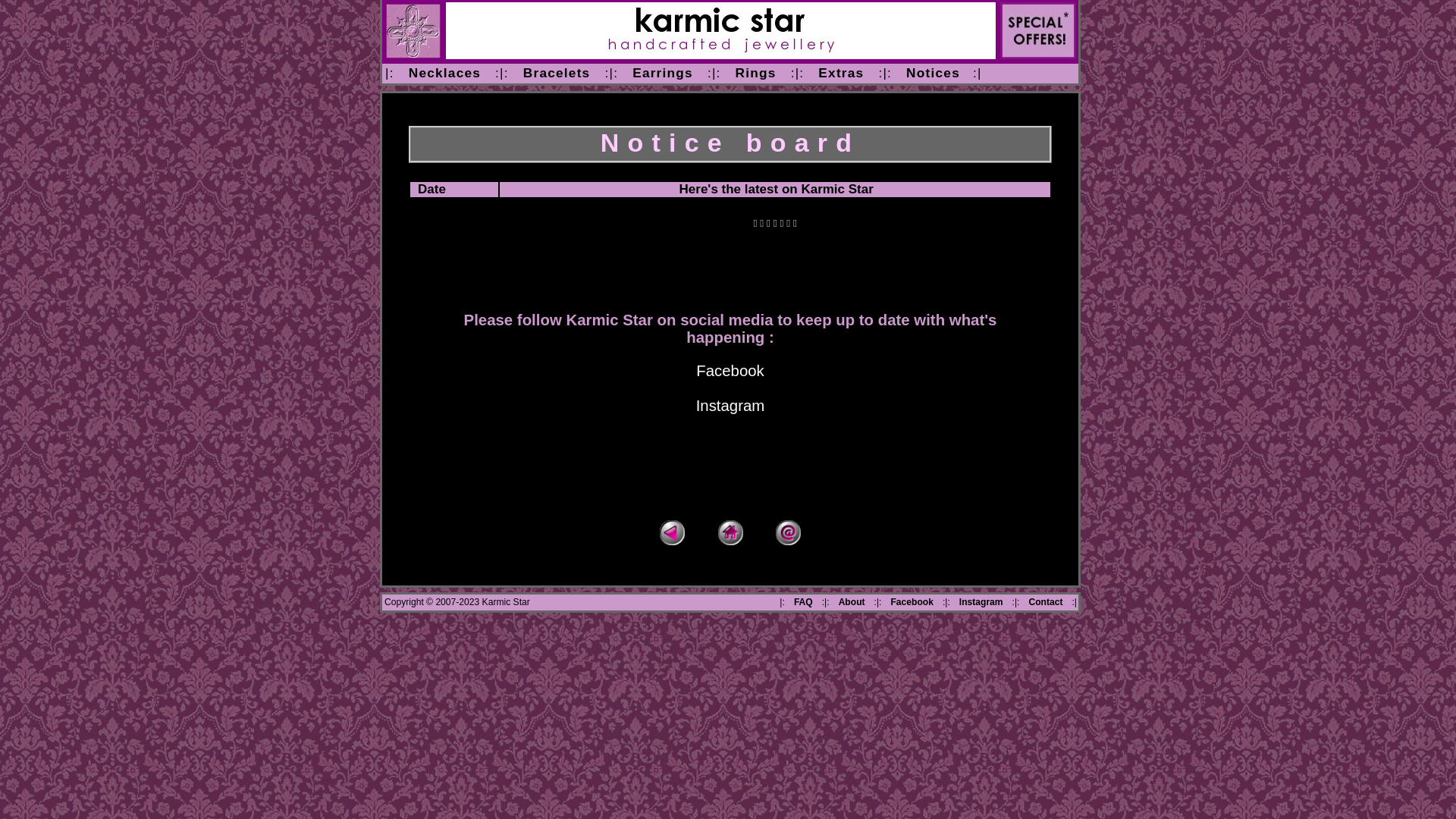 The image size is (1456, 819). Describe the element at coordinates (523, 73) in the screenshot. I see `'Bracelets'` at that location.